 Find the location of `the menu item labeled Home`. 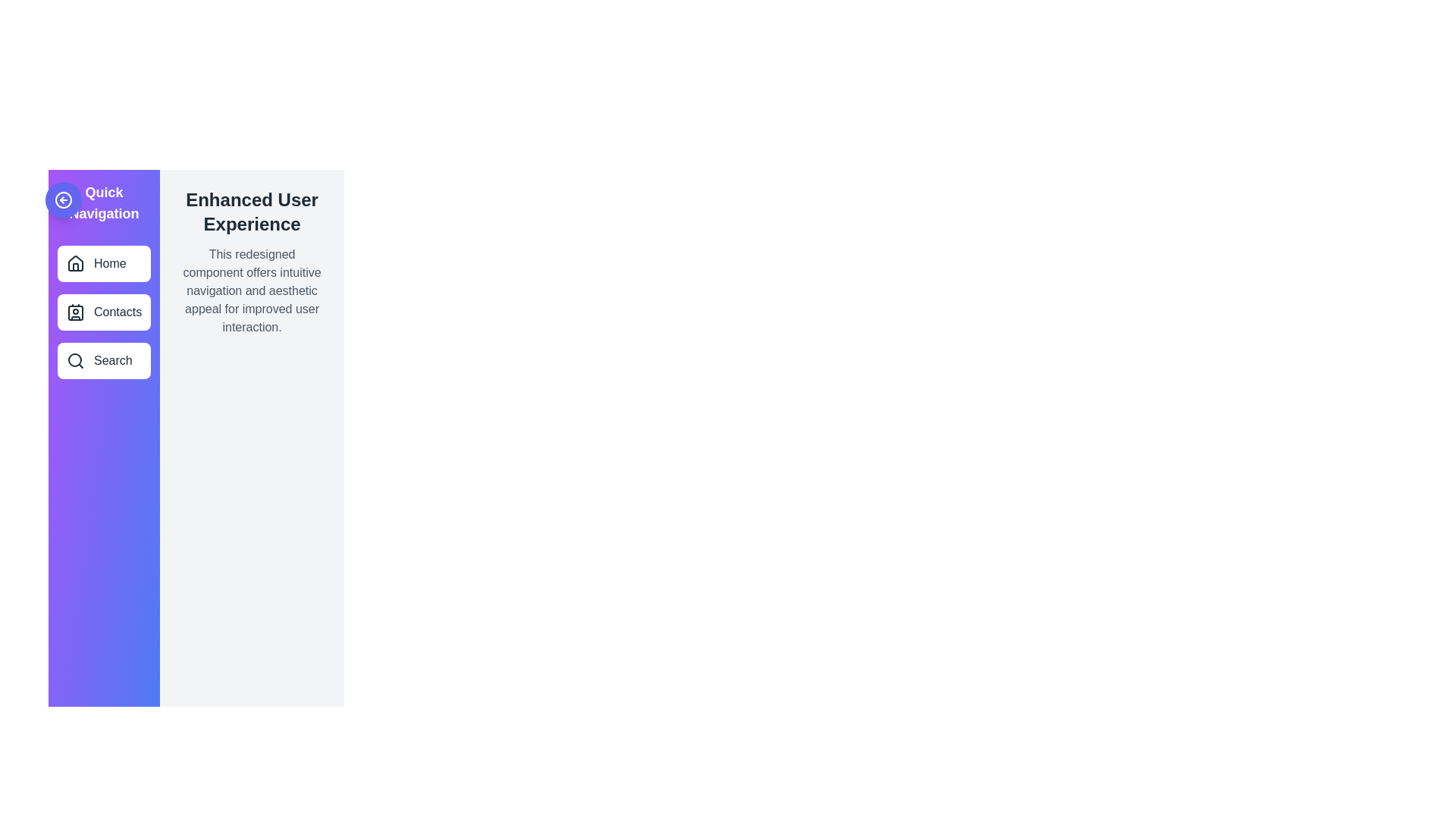

the menu item labeled Home is located at coordinates (103, 262).